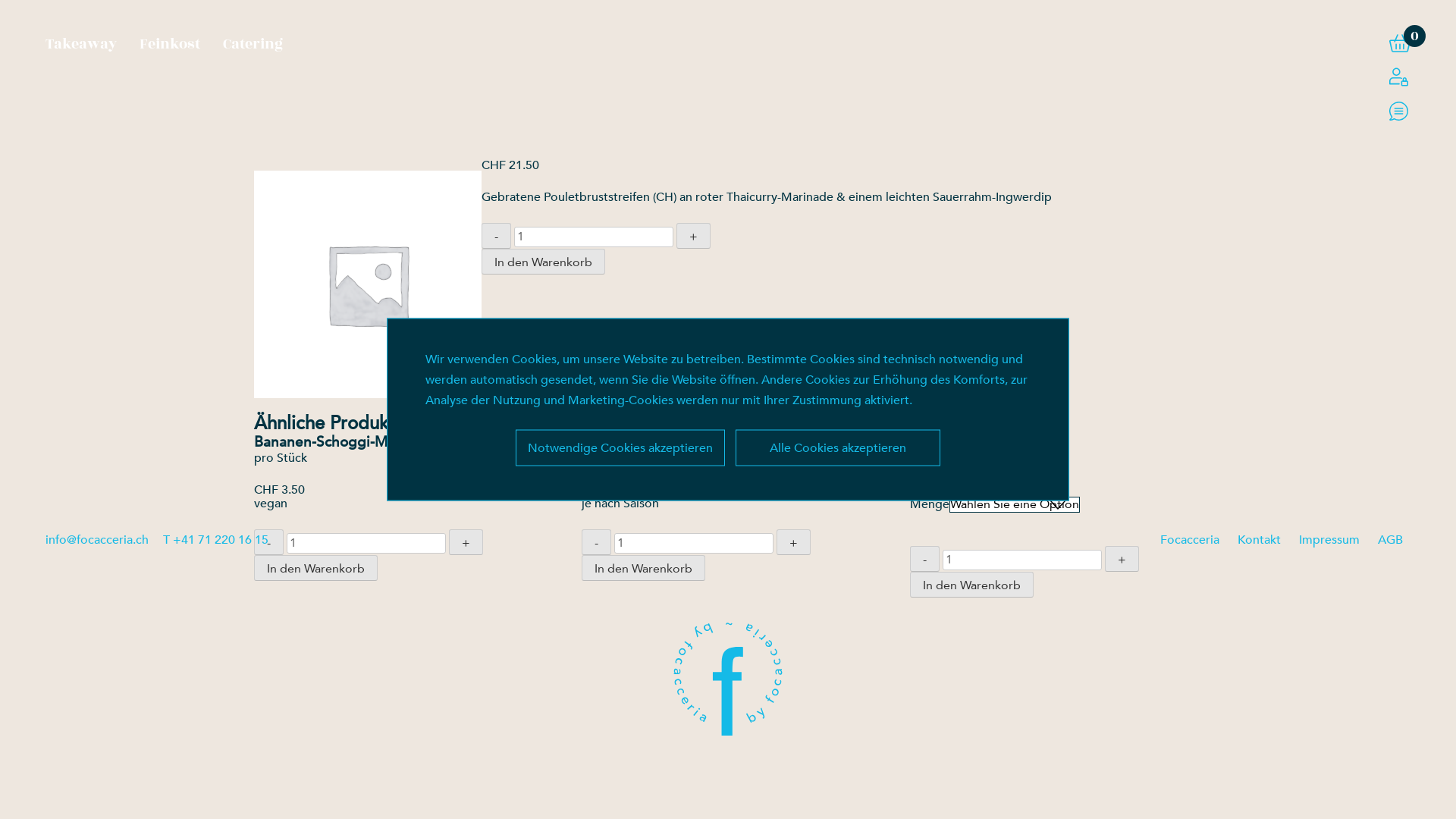 This screenshot has height=819, width=1456. I want to click on 'In den Warenkorb', so click(315, 567).